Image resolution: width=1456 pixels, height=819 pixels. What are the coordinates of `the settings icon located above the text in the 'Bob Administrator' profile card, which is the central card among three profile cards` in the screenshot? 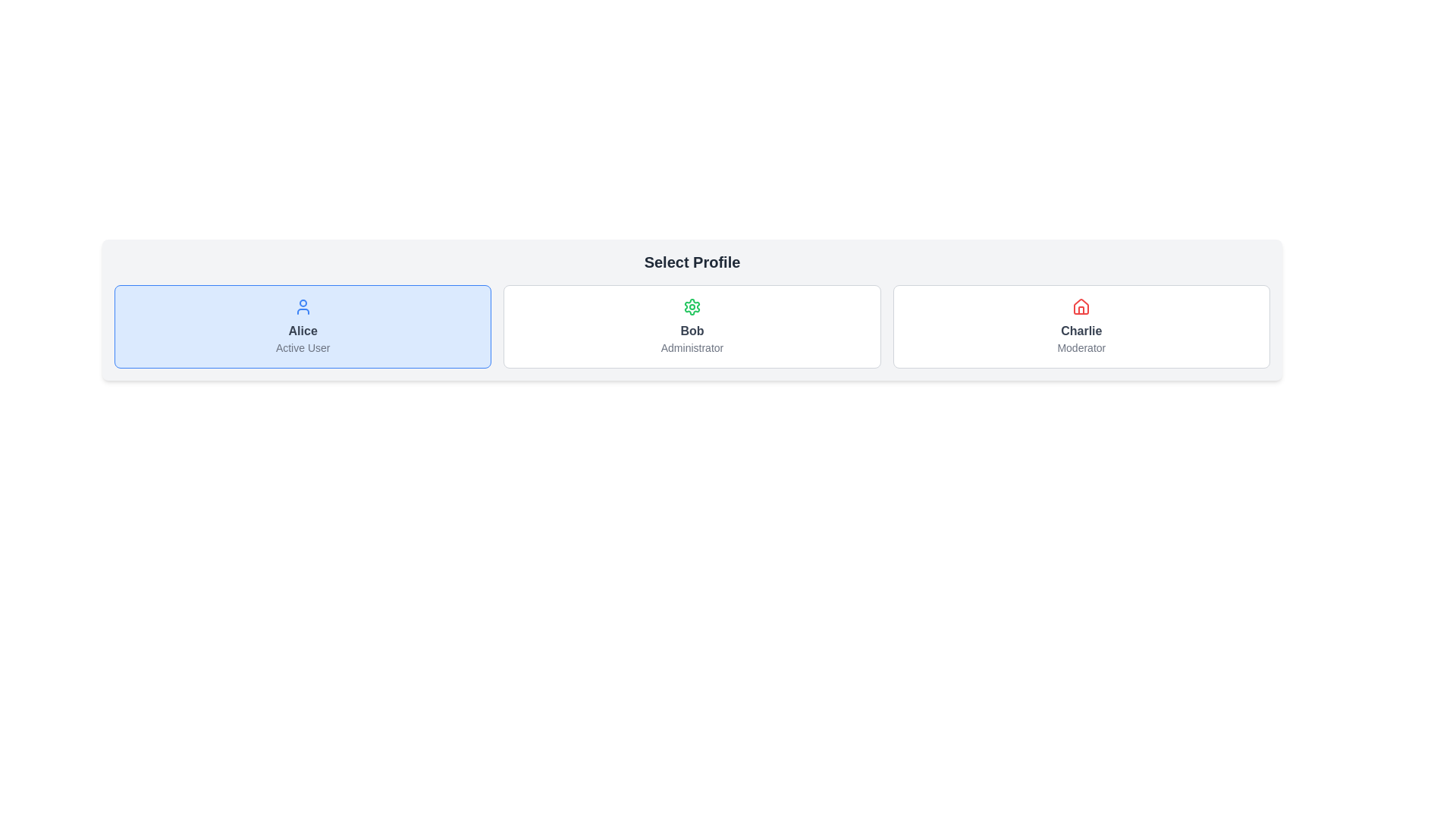 It's located at (691, 307).